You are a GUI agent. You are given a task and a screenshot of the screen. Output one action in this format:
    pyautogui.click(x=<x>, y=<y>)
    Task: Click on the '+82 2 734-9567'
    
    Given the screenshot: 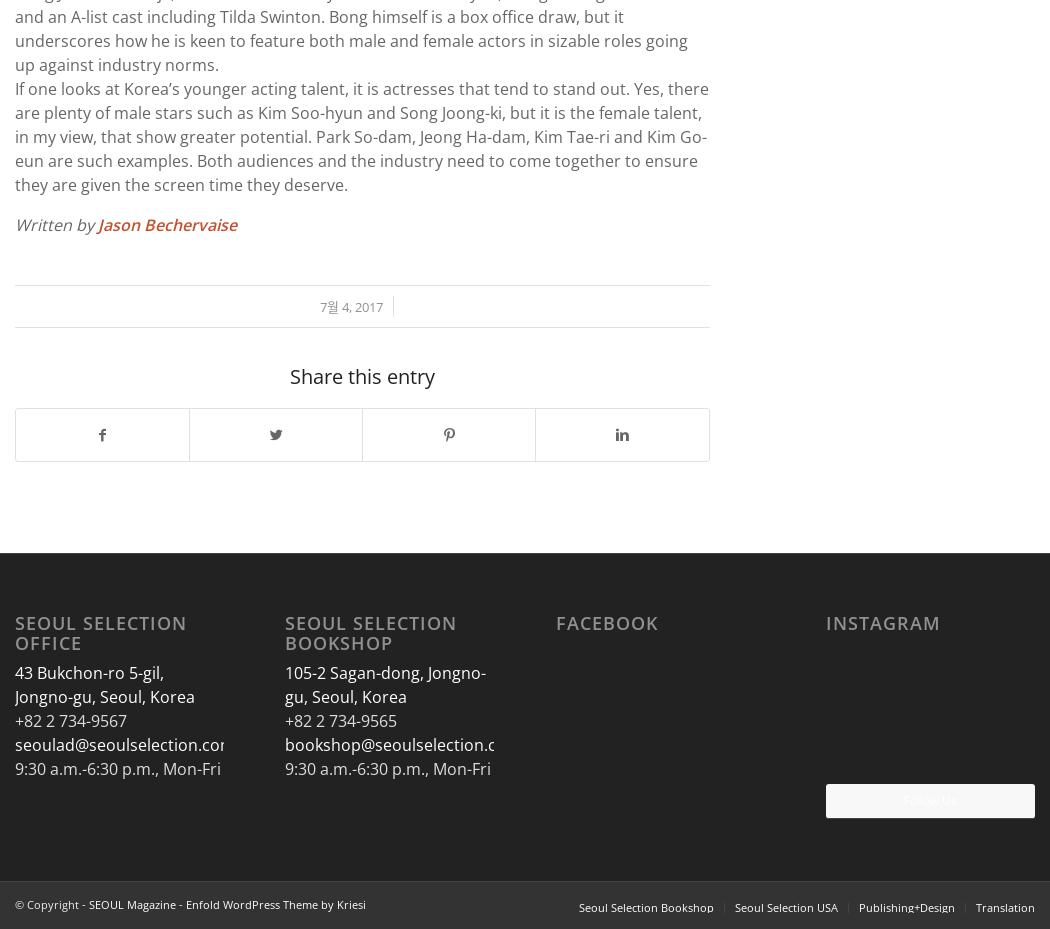 What is the action you would take?
    pyautogui.click(x=69, y=719)
    